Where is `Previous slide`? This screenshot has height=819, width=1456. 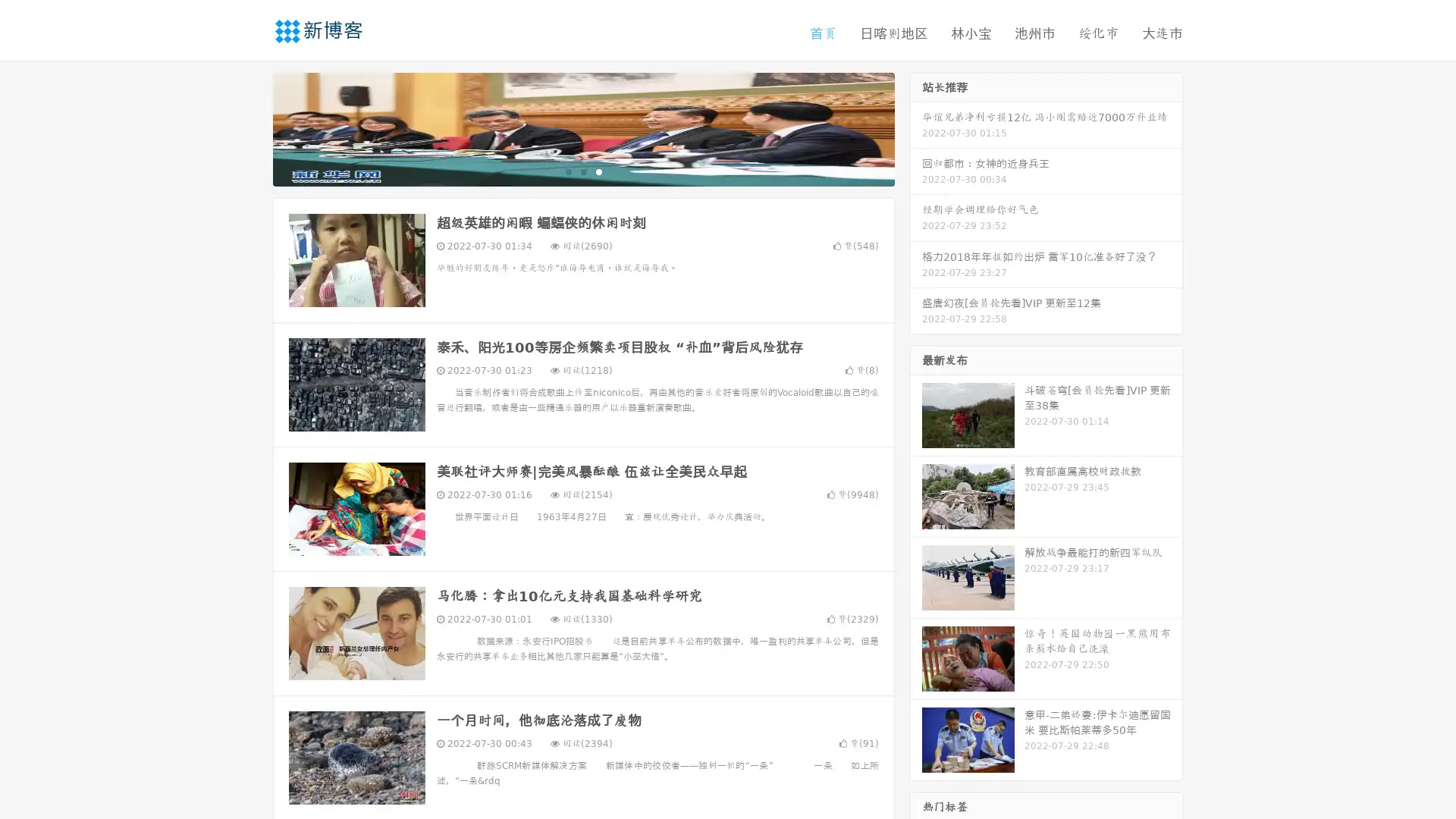 Previous slide is located at coordinates (250, 127).